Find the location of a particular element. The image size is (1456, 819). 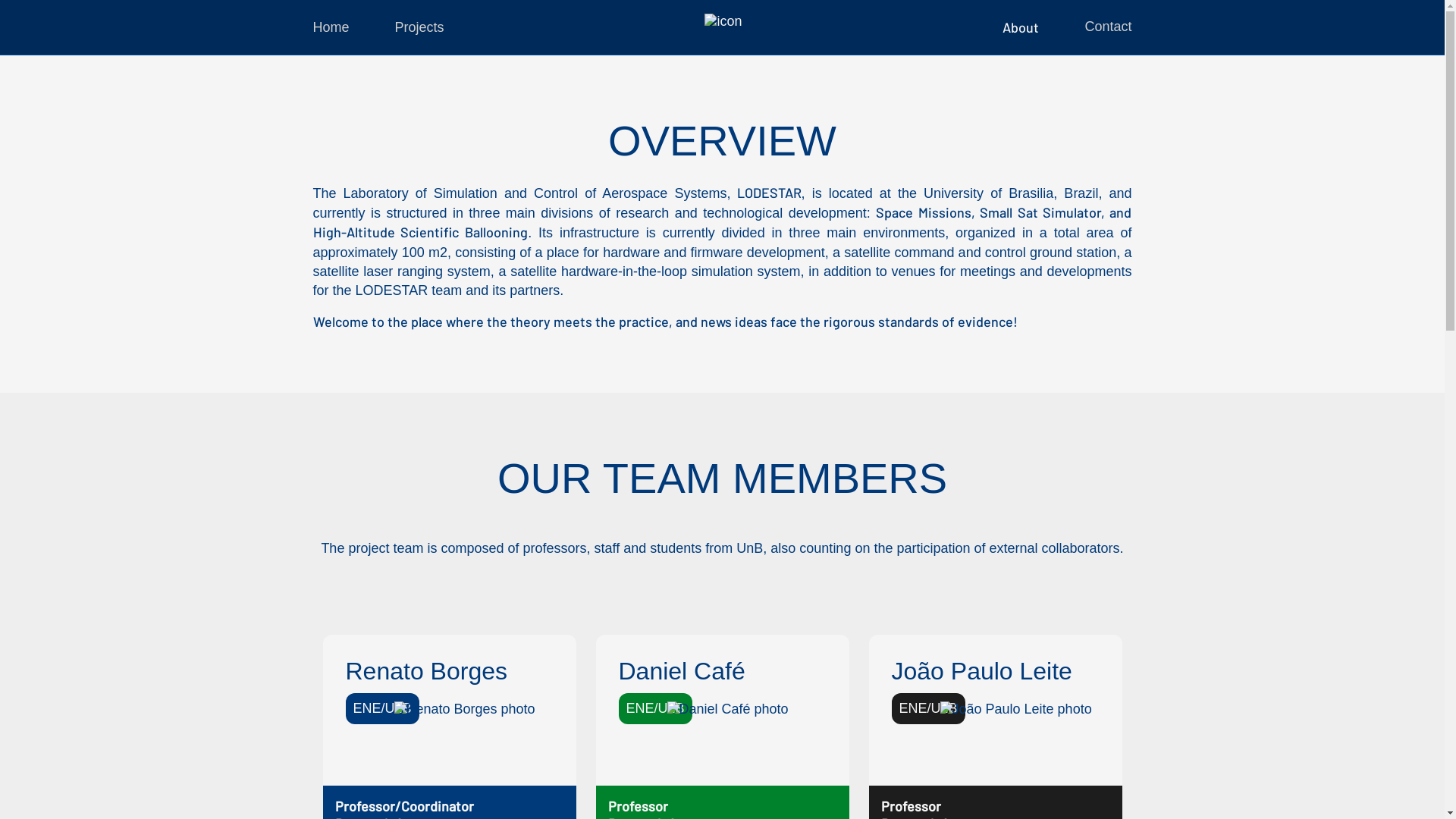

'About' is located at coordinates (1020, 27).